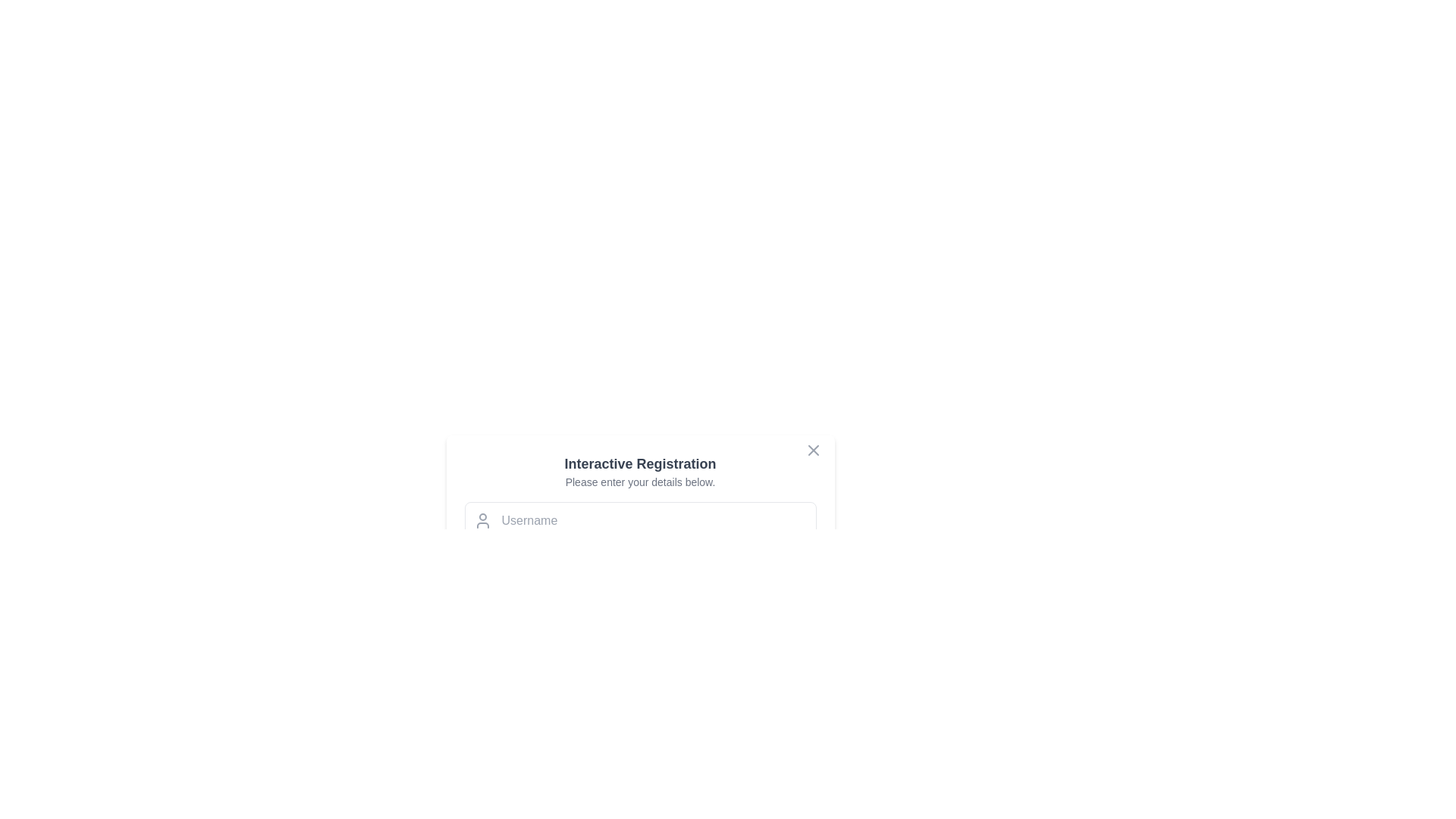  I want to click on the SVG icon that visually identifies the username input field, located on the left side inside the input field, so click(482, 519).